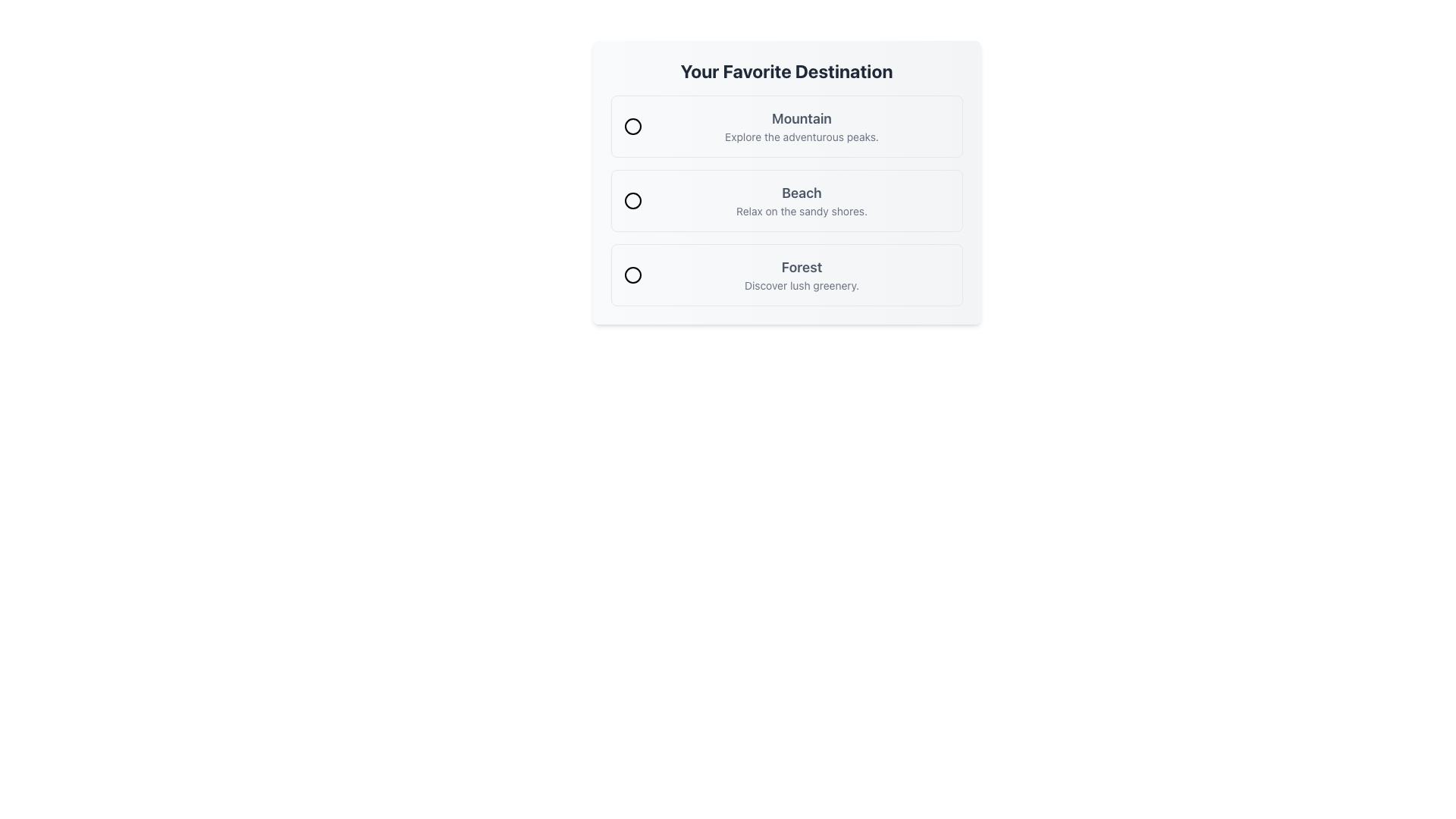 This screenshot has height=819, width=1456. I want to click on the circular radio button, so click(786, 275).